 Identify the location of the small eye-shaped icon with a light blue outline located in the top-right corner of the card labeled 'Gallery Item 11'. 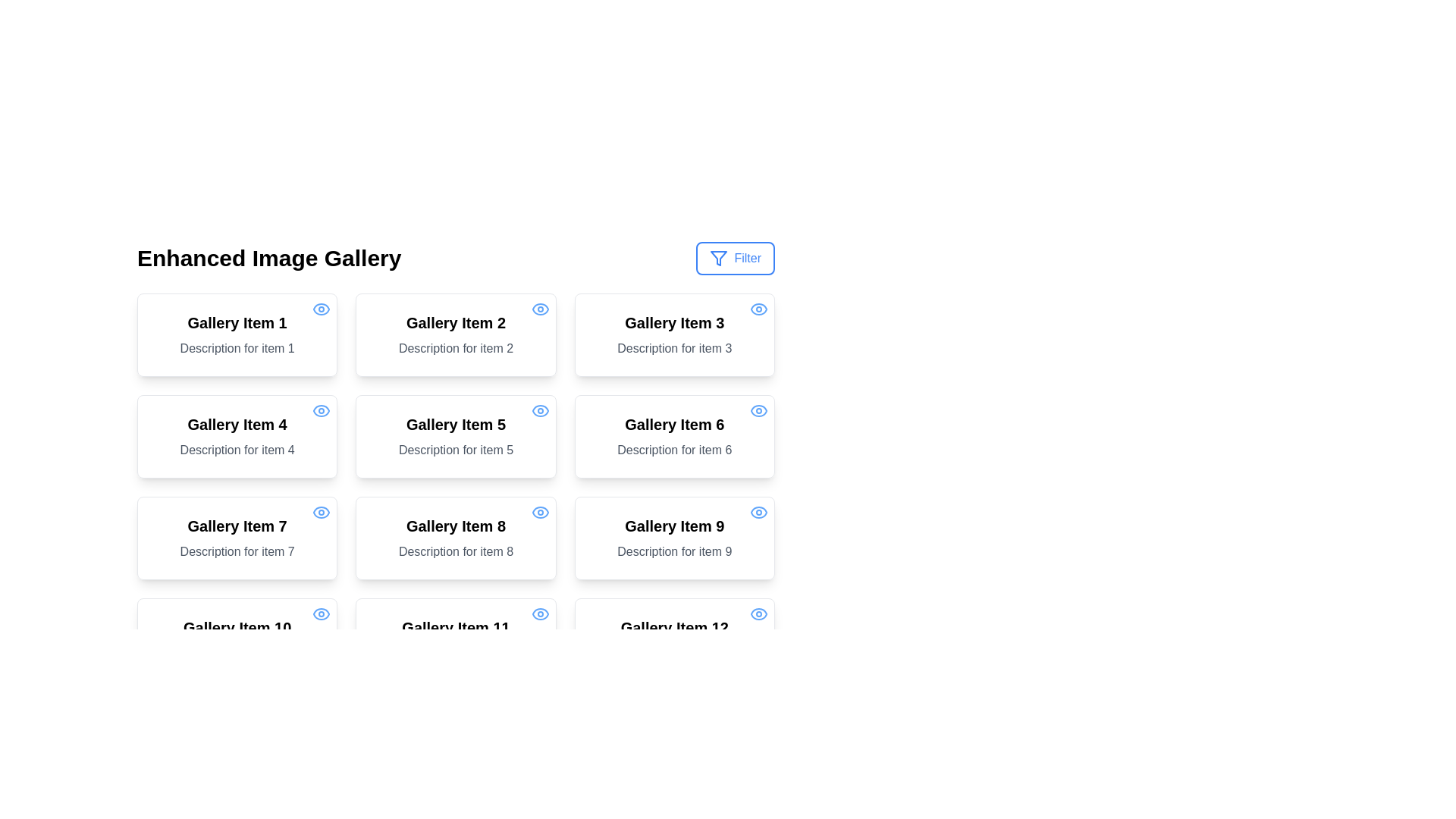
(540, 614).